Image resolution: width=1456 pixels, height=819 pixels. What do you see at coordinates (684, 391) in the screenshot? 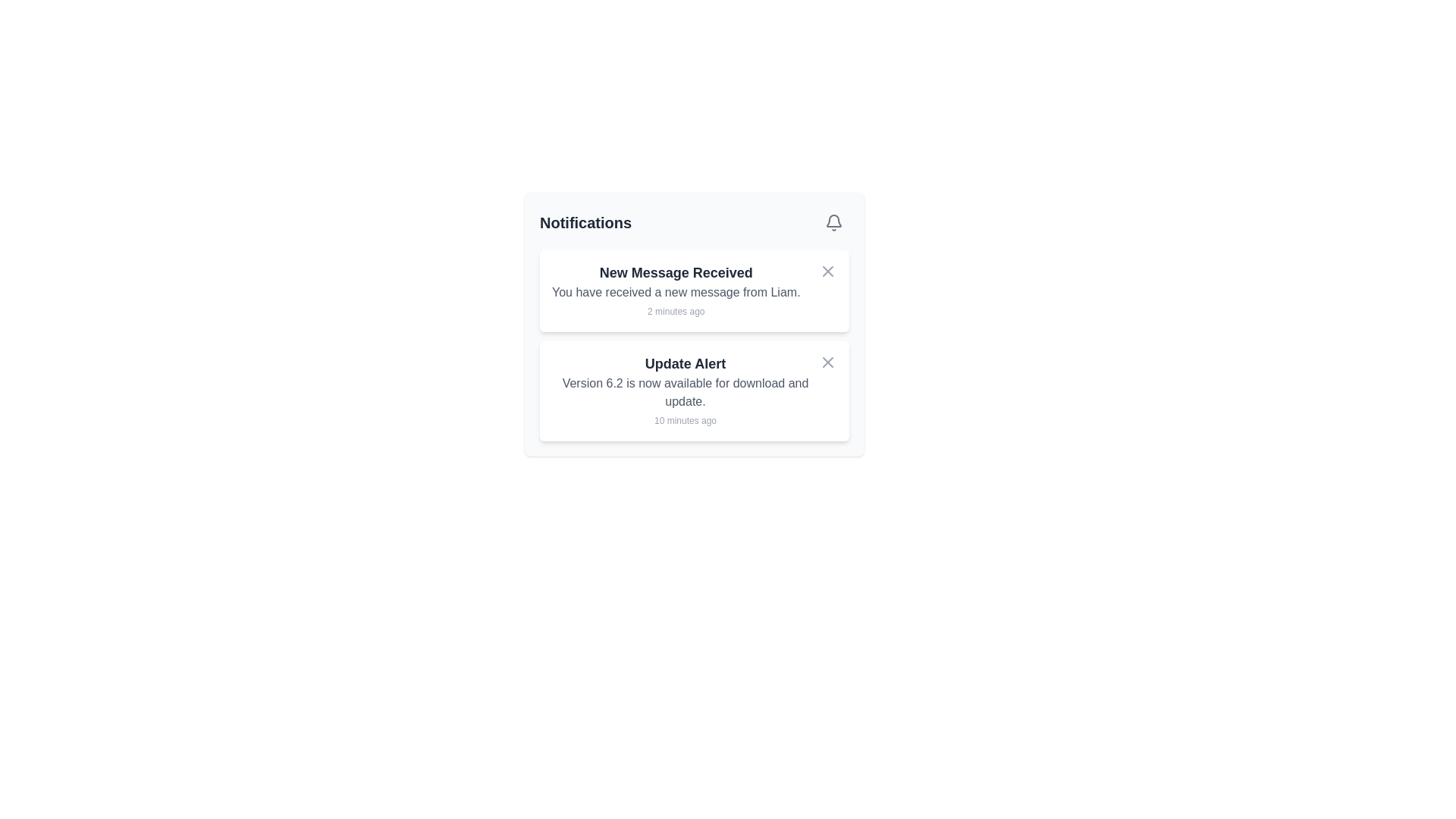
I see `the text 'Version 6.2 is now available for download and update.' located in the notification block beneath 'Update Alert'` at bounding box center [684, 391].